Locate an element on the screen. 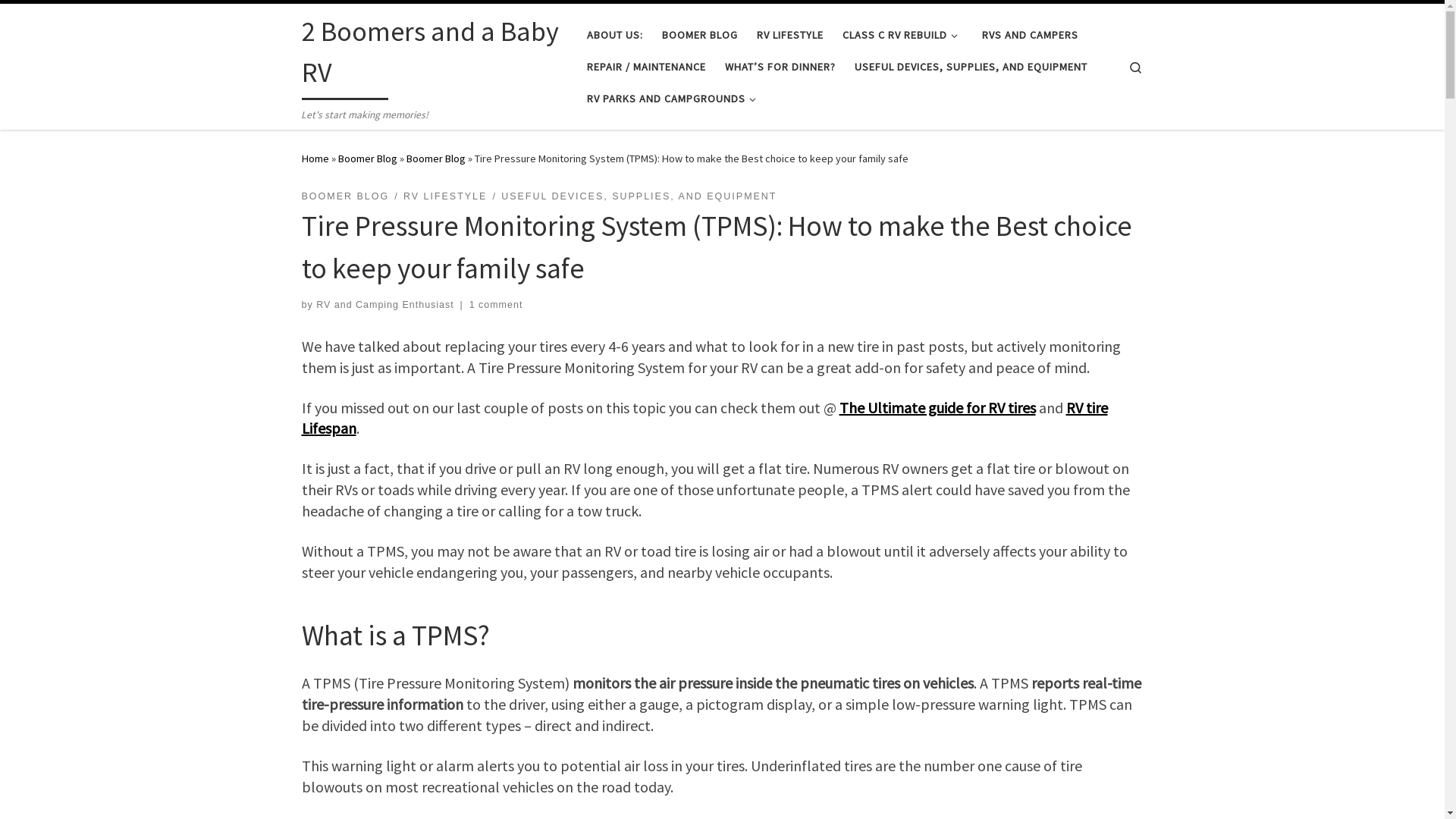 The width and height of the screenshot is (1456, 819). 'ABOUT US:' is located at coordinates (614, 34).